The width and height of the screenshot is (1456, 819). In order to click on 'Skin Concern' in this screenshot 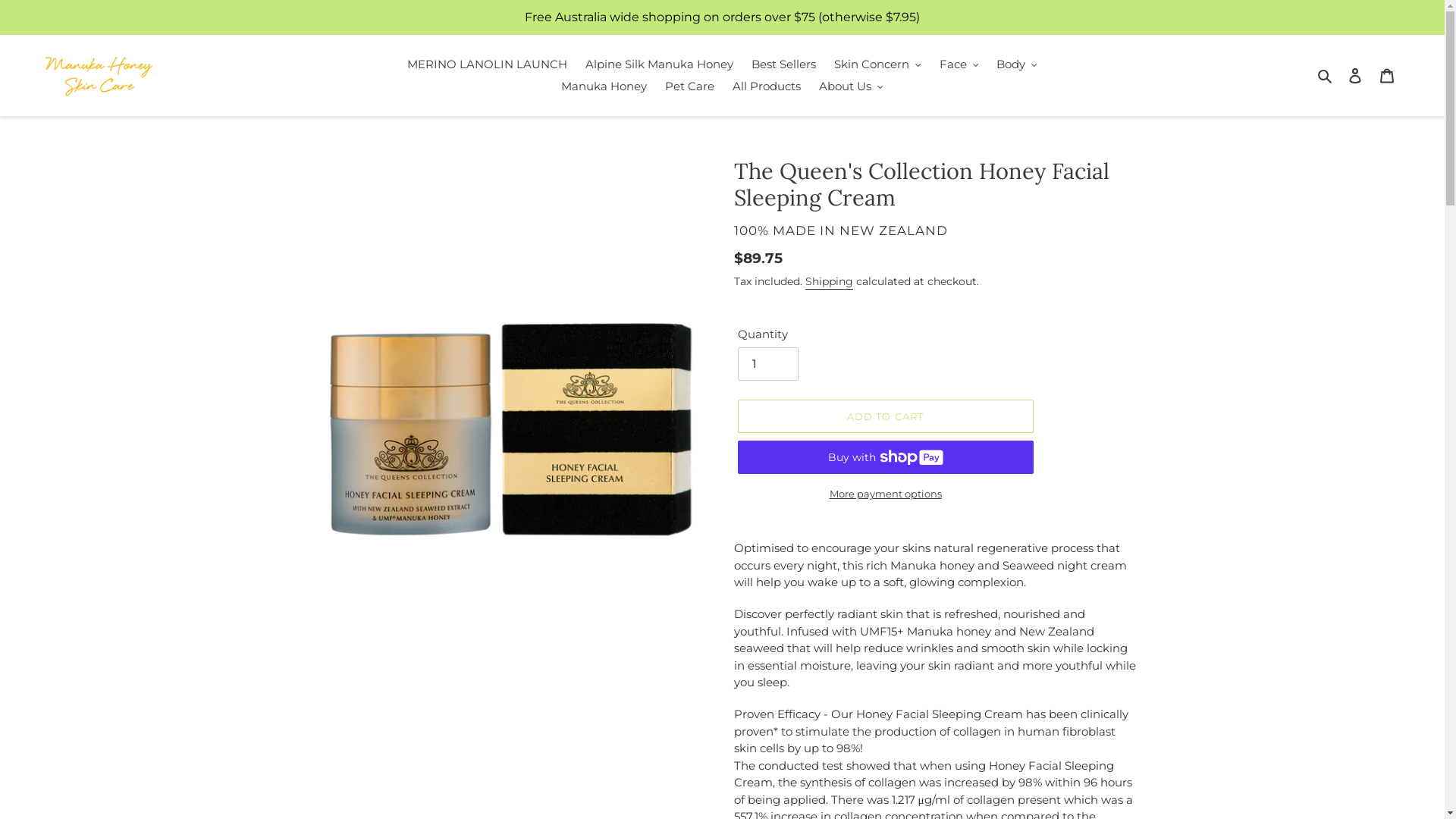, I will do `click(877, 64)`.